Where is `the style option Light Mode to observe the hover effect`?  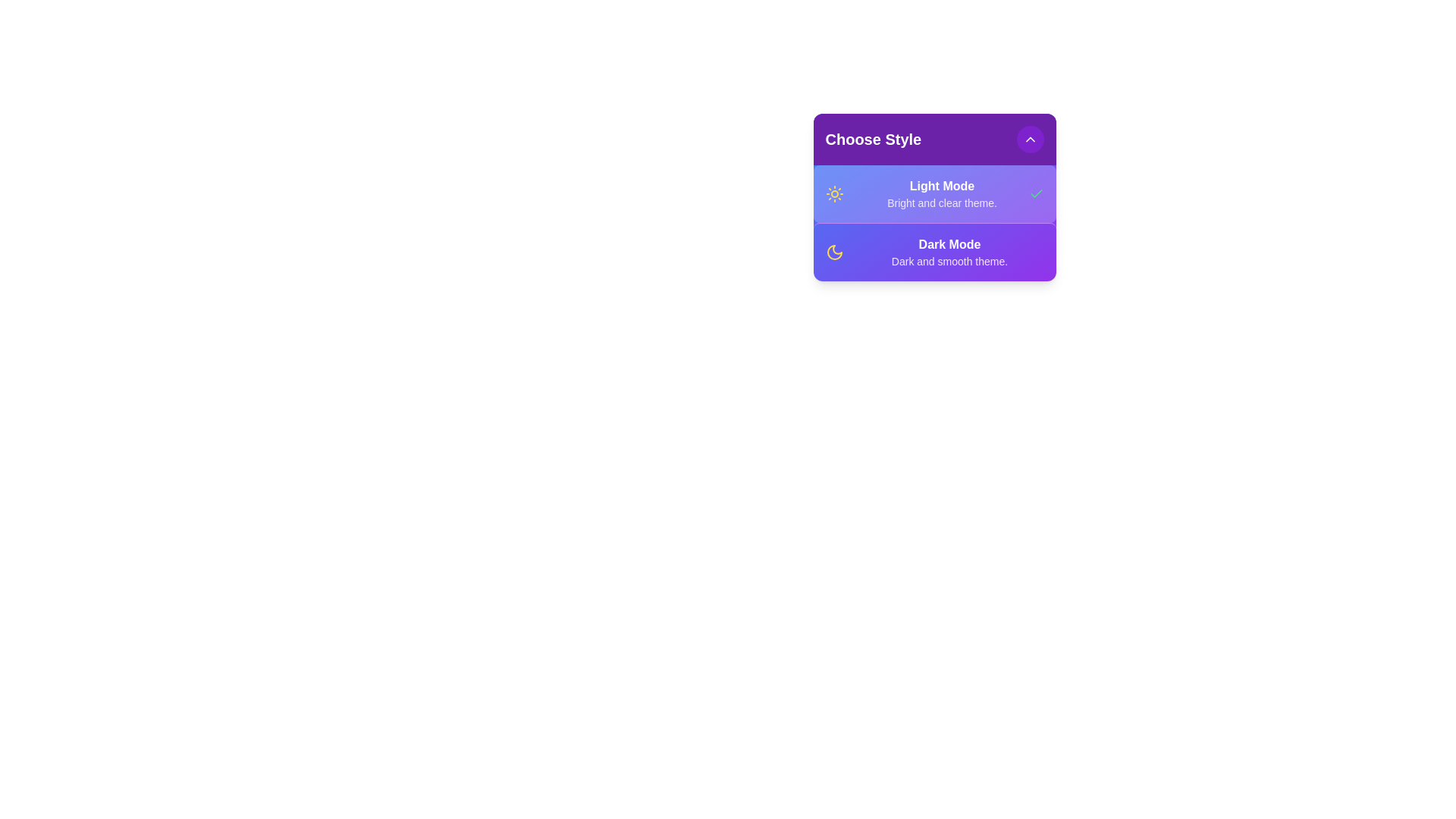
the style option Light Mode to observe the hover effect is located at coordinates (934, 193).